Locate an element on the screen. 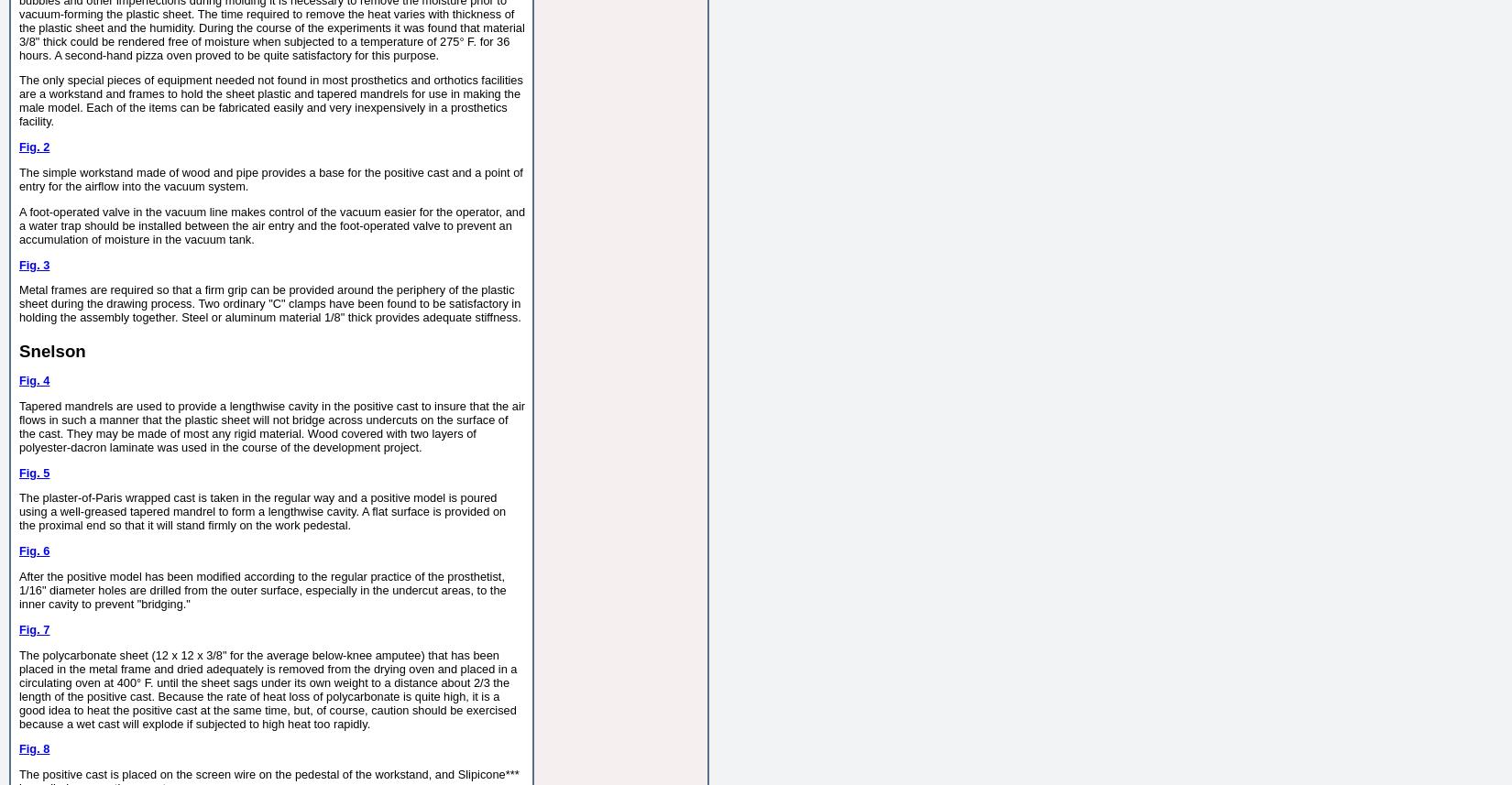 This screenshot has height=785, width=1512. 'Fig. 6' is located at coordinates (34, 550).